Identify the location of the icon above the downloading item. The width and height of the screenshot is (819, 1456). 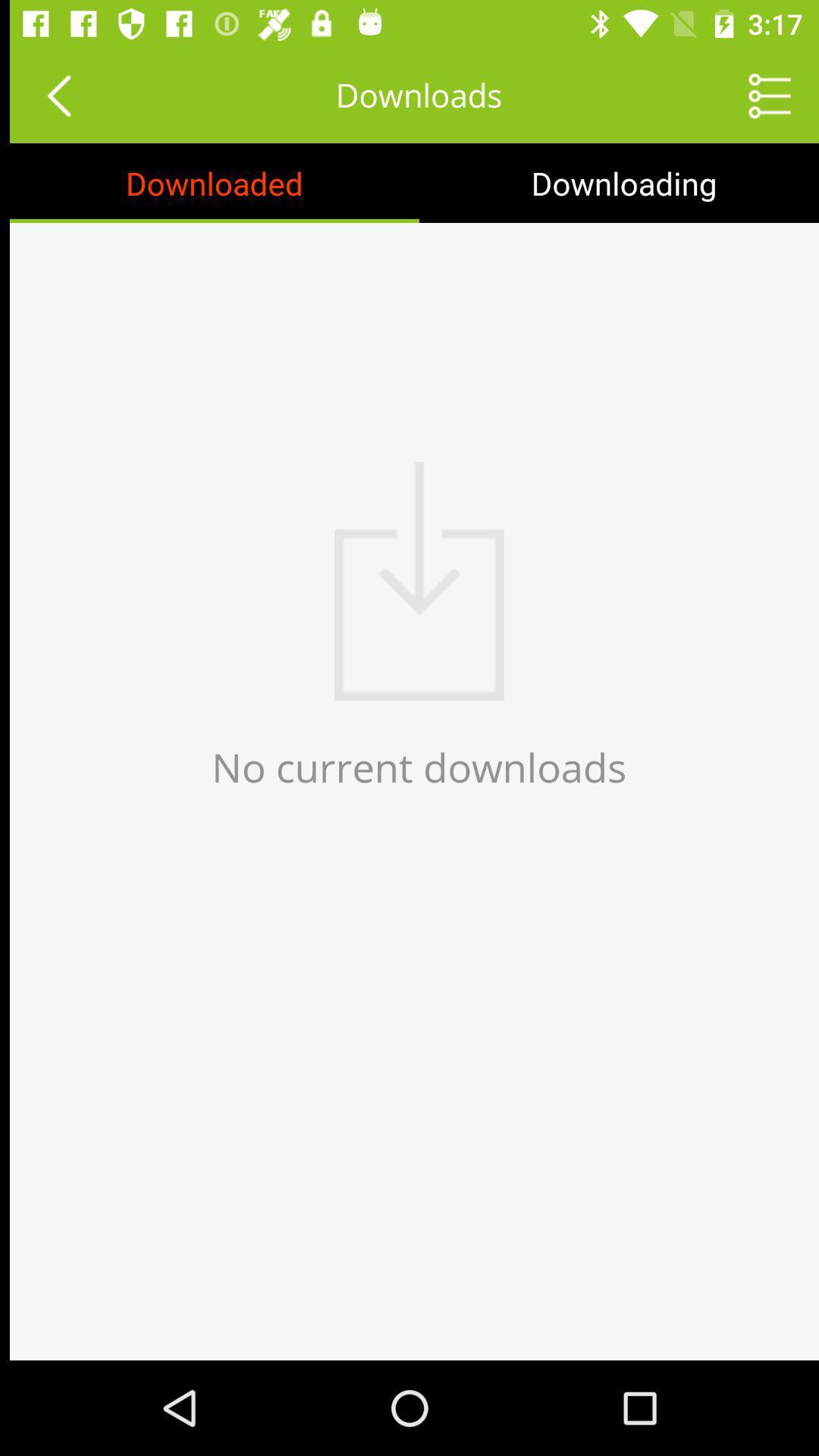
(760, 94).